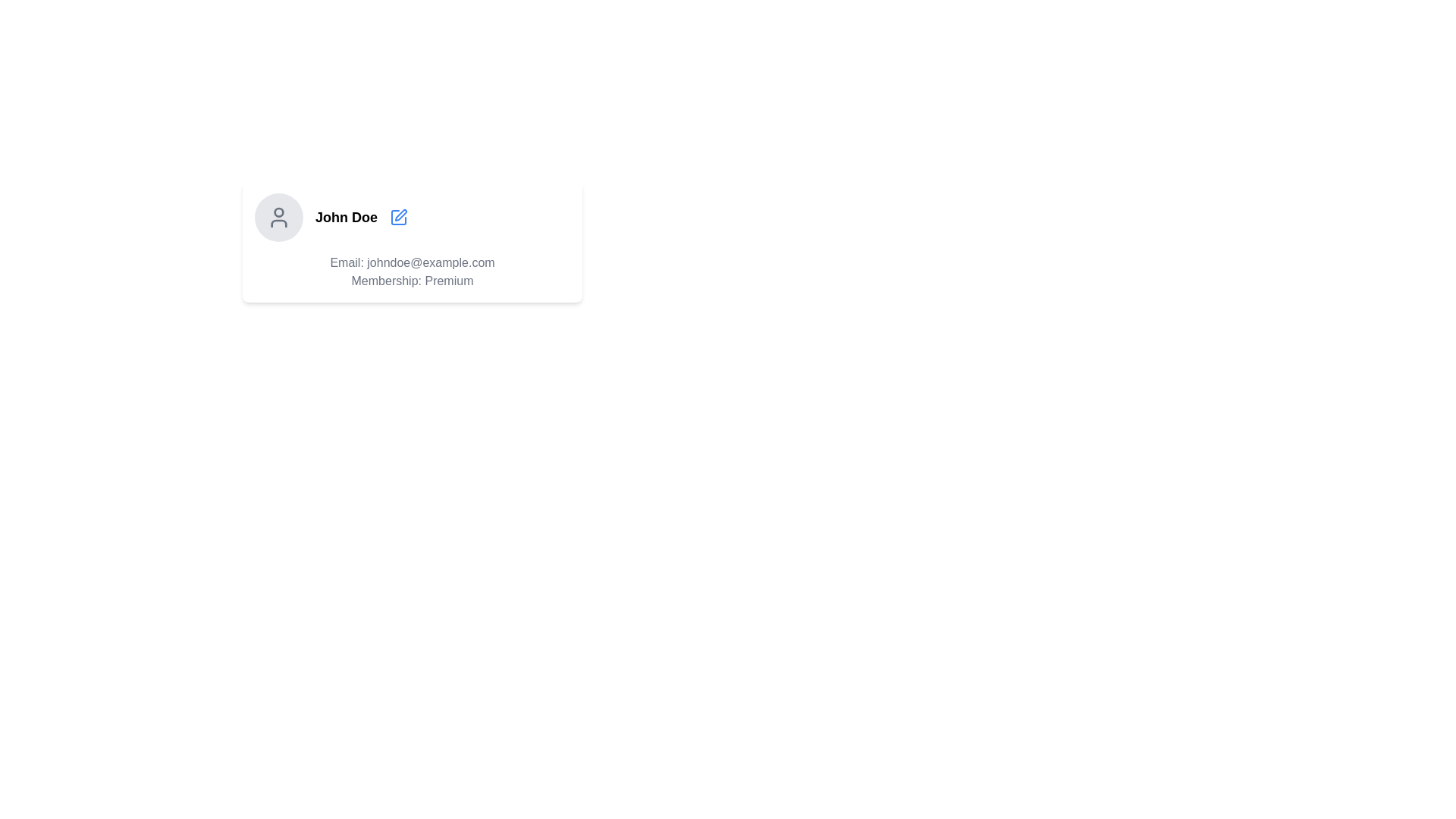 This screenshot has width=1456, height=819. What do you see at coordinates (412, 281) in the screenshot?
I see `the static text label that reads 'Membership: Premium', which is positioned directly beneath the email text 'Email: johndoe@example.com'` at bounding box center [412, 281].